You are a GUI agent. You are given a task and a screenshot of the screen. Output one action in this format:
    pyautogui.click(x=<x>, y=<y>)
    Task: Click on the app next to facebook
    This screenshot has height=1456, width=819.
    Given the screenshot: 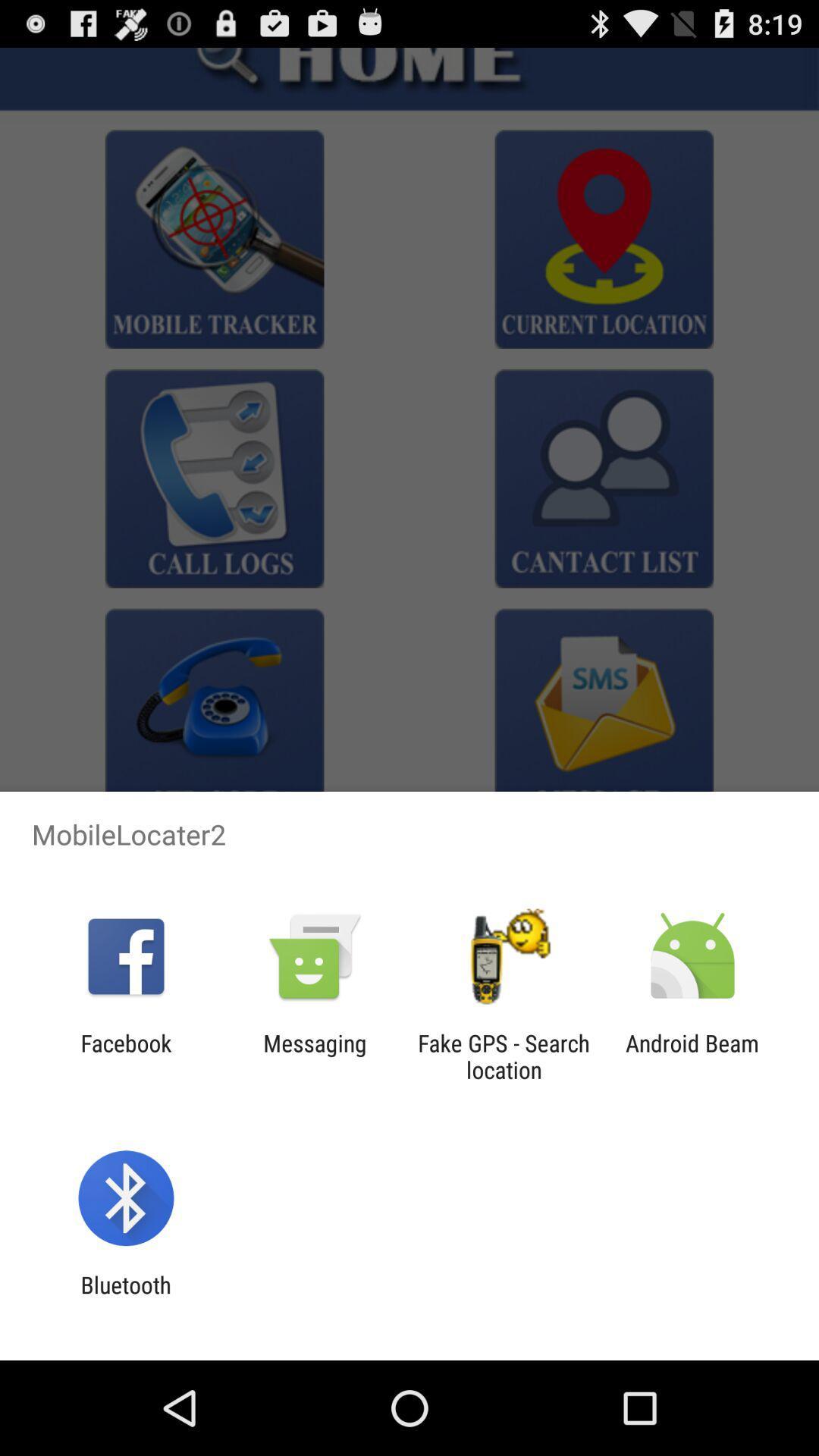 What is the action you would take?
    pyautogui.click(x=314, y=1056)
    